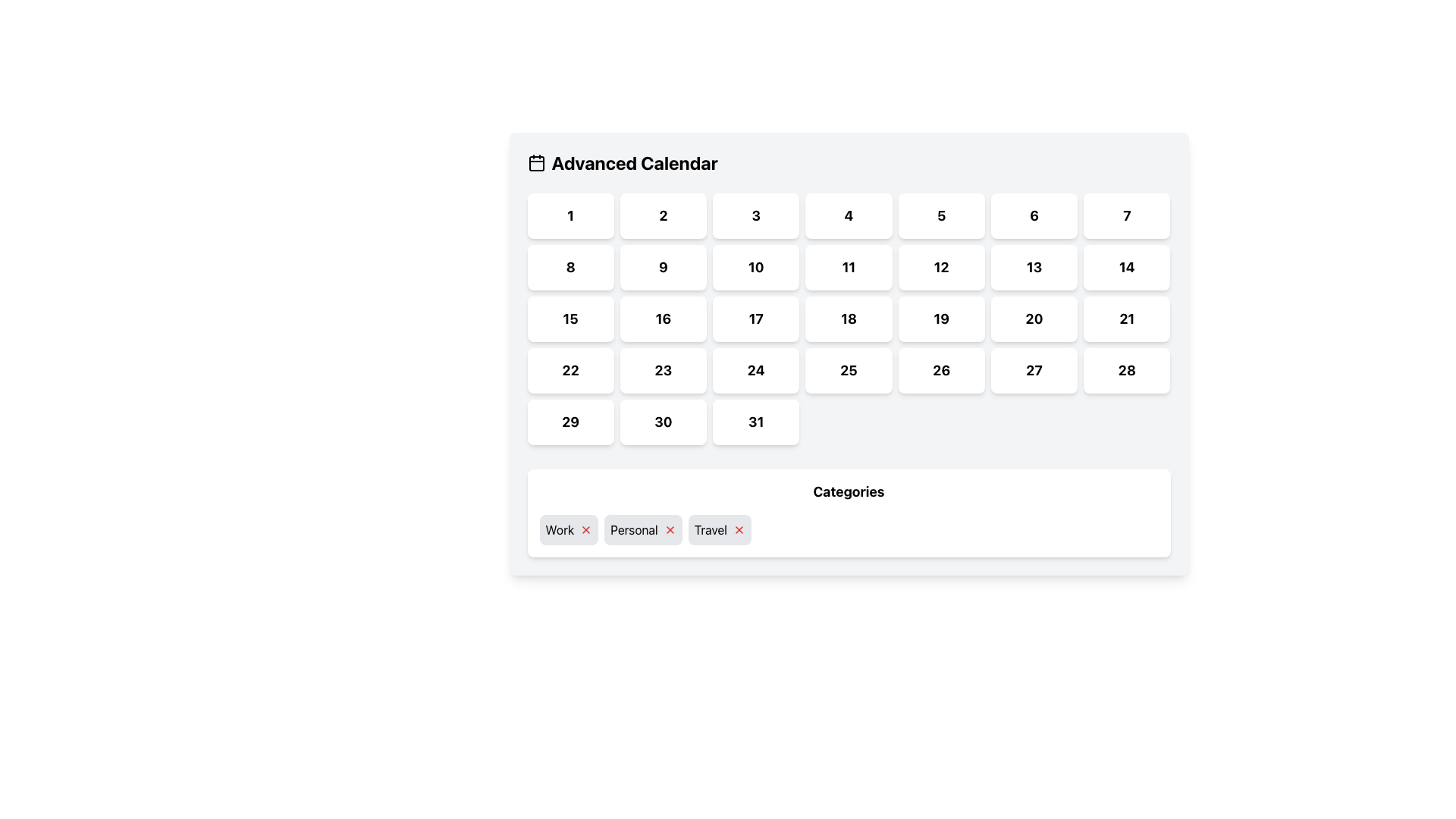 This screenshot has width=1456, height=819. I want to click on the interactive calendar day cell button representing the date '10' in the Advanced Calendar interface, so click(756, 267).